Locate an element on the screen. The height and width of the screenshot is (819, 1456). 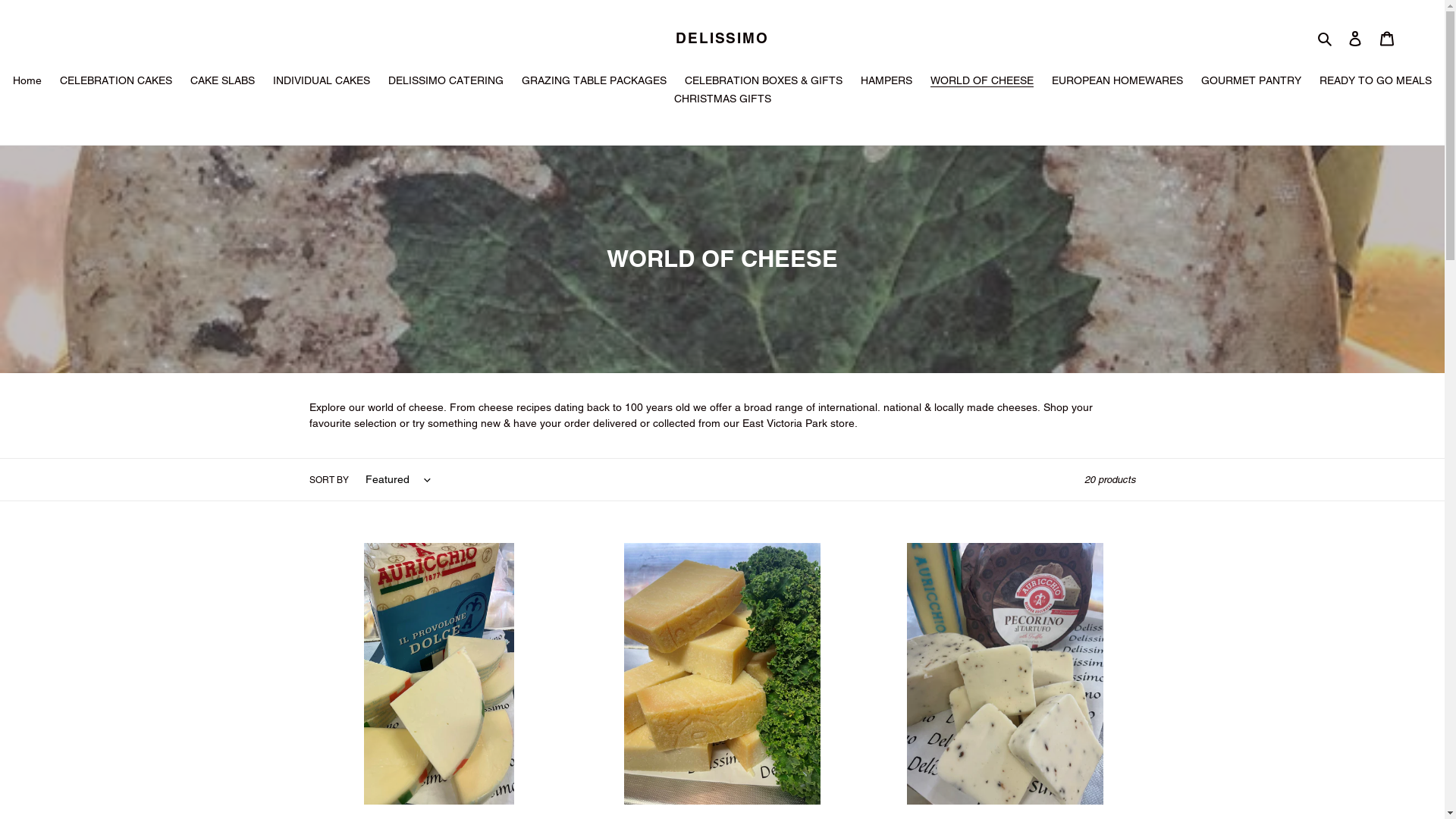
'DELISSIMO' is located at coordinates (721, 37).